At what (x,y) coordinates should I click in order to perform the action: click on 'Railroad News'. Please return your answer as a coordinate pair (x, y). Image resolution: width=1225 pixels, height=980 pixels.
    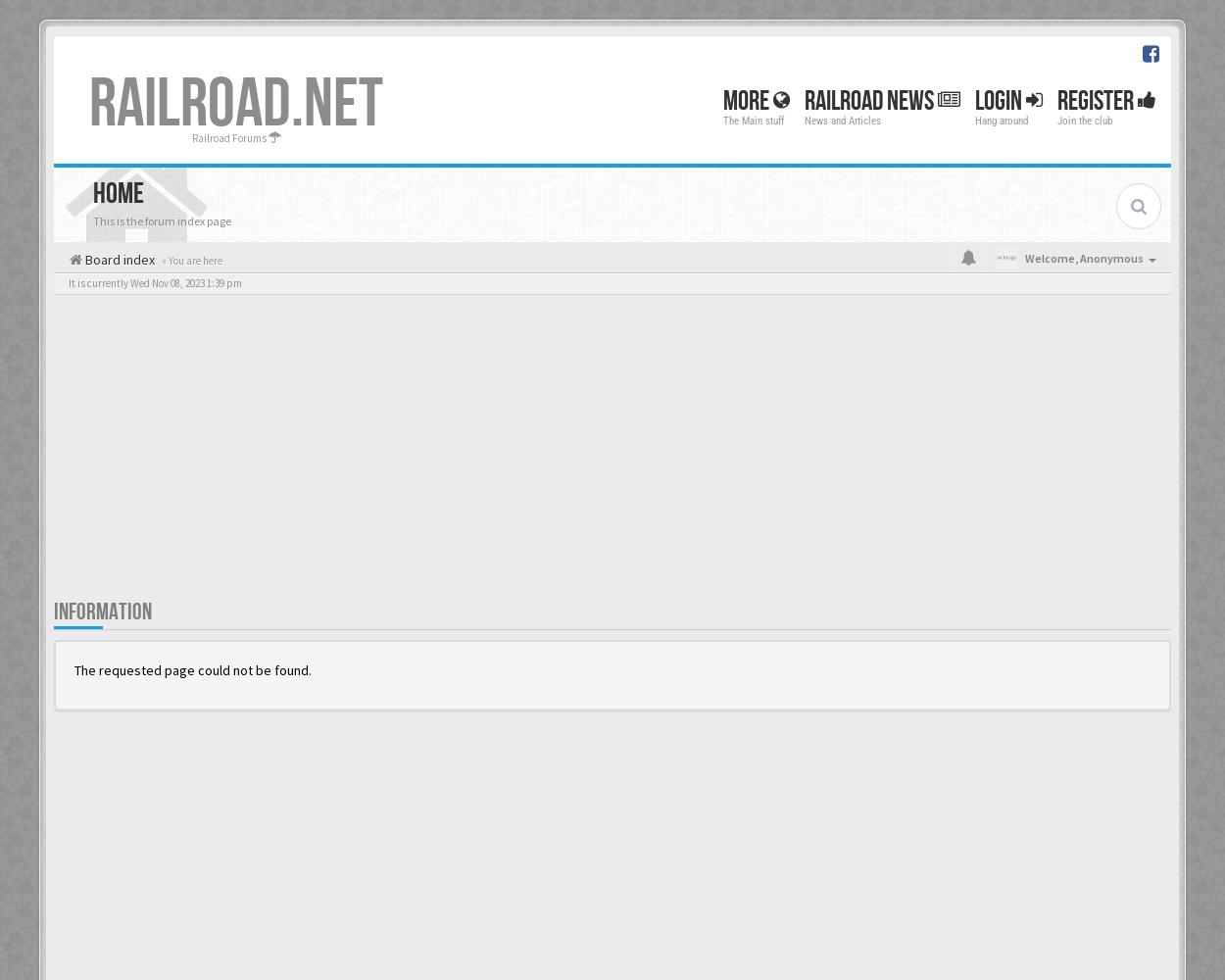
    Looking at the image, I should click on (871, 99).